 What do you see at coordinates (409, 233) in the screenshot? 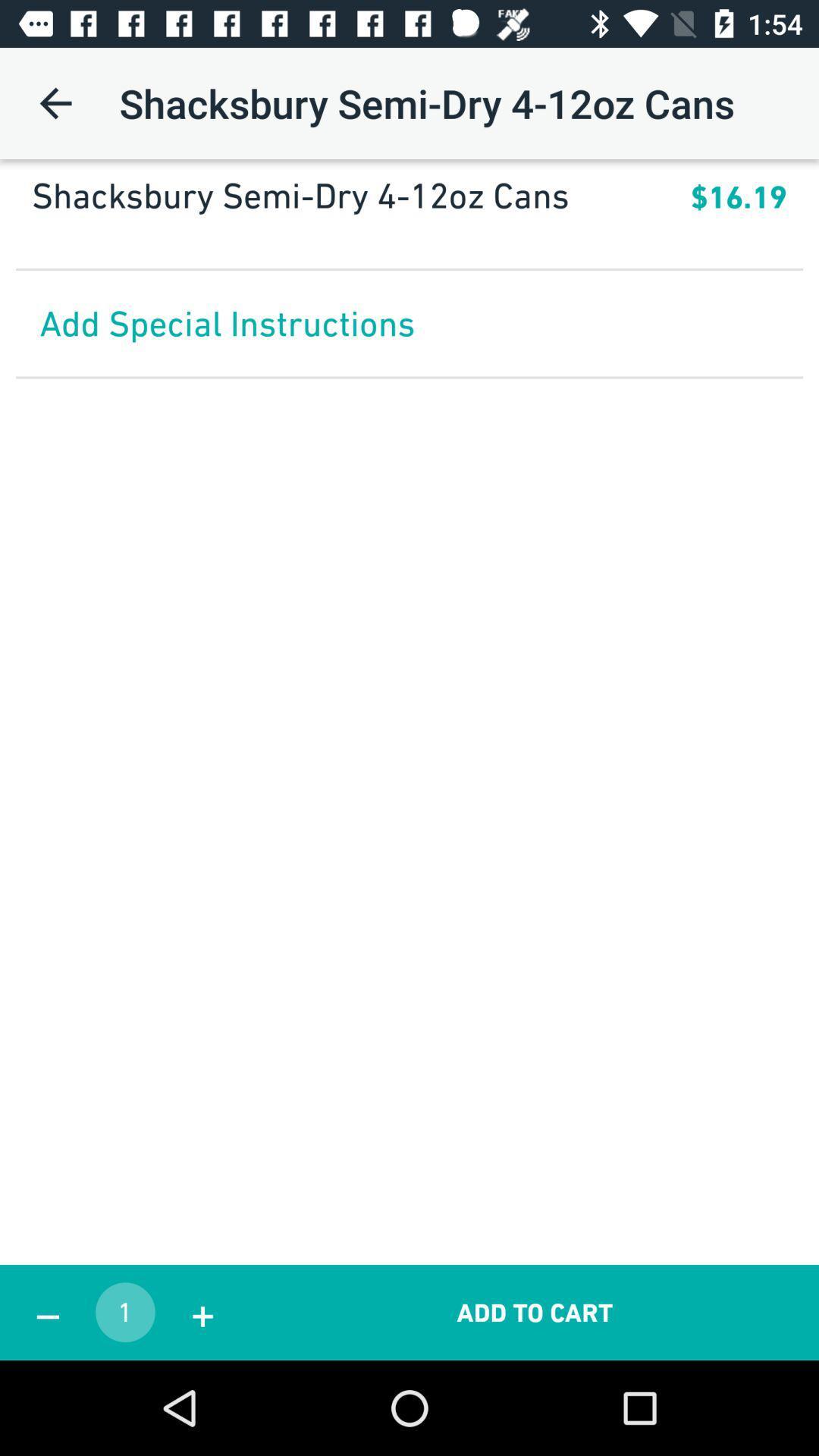
I see `icon below the shacksbury semi dry item` at bounding box center [409, 233].